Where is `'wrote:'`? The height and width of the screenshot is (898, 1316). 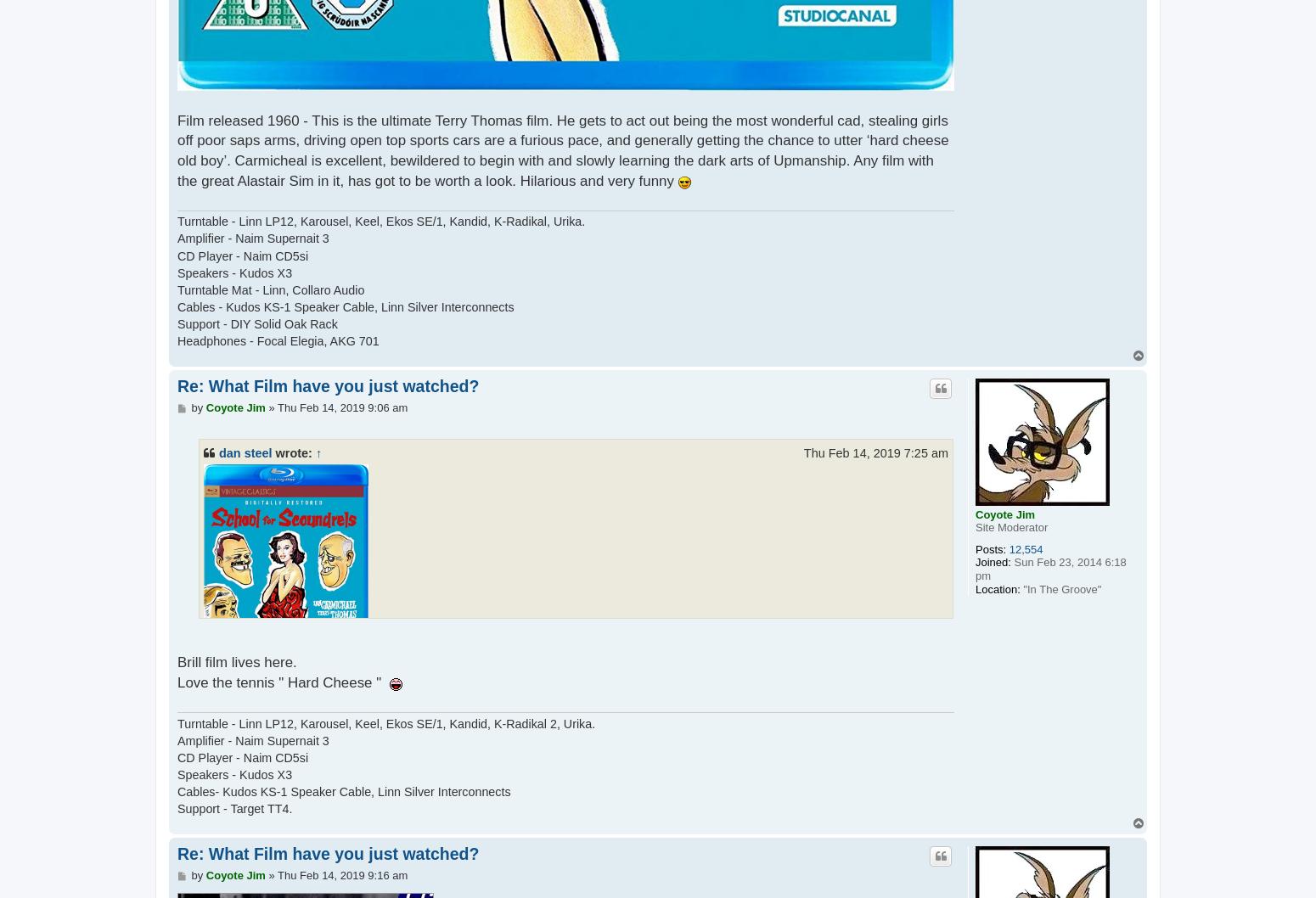
'wrote:' is located at coordinates (292, 452).